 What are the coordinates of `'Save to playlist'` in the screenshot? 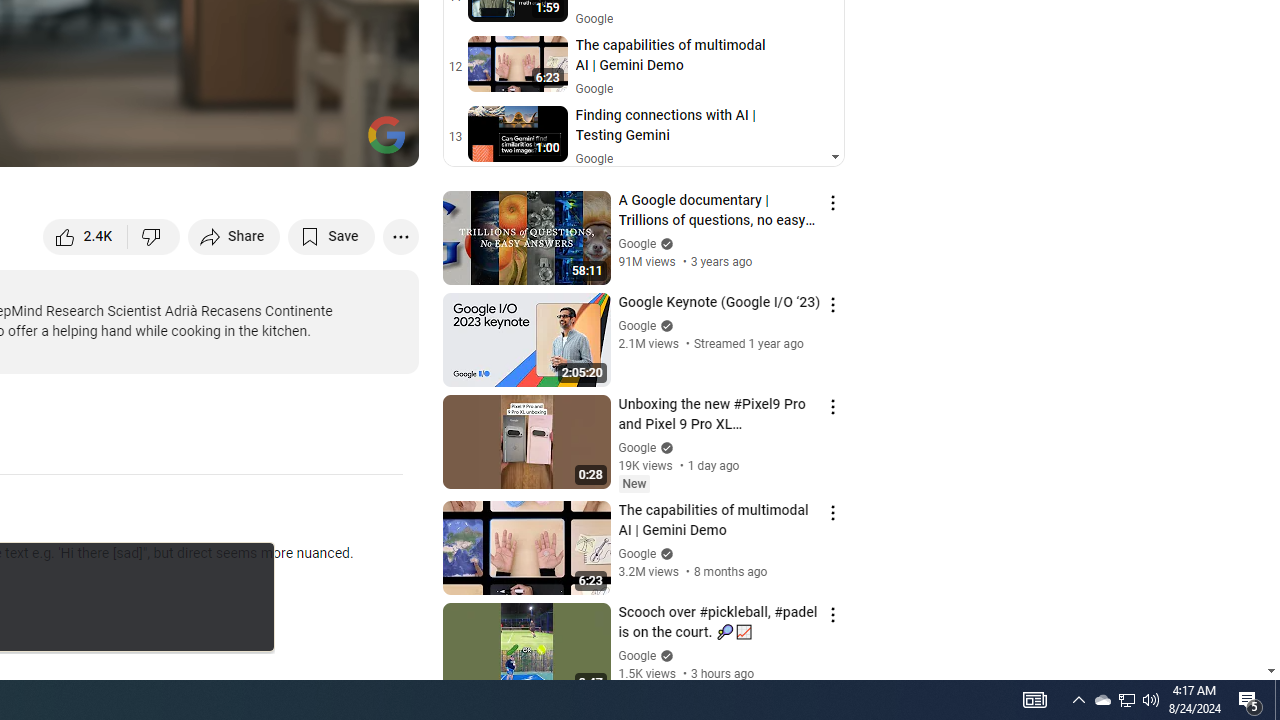 It's located at (331, 235).